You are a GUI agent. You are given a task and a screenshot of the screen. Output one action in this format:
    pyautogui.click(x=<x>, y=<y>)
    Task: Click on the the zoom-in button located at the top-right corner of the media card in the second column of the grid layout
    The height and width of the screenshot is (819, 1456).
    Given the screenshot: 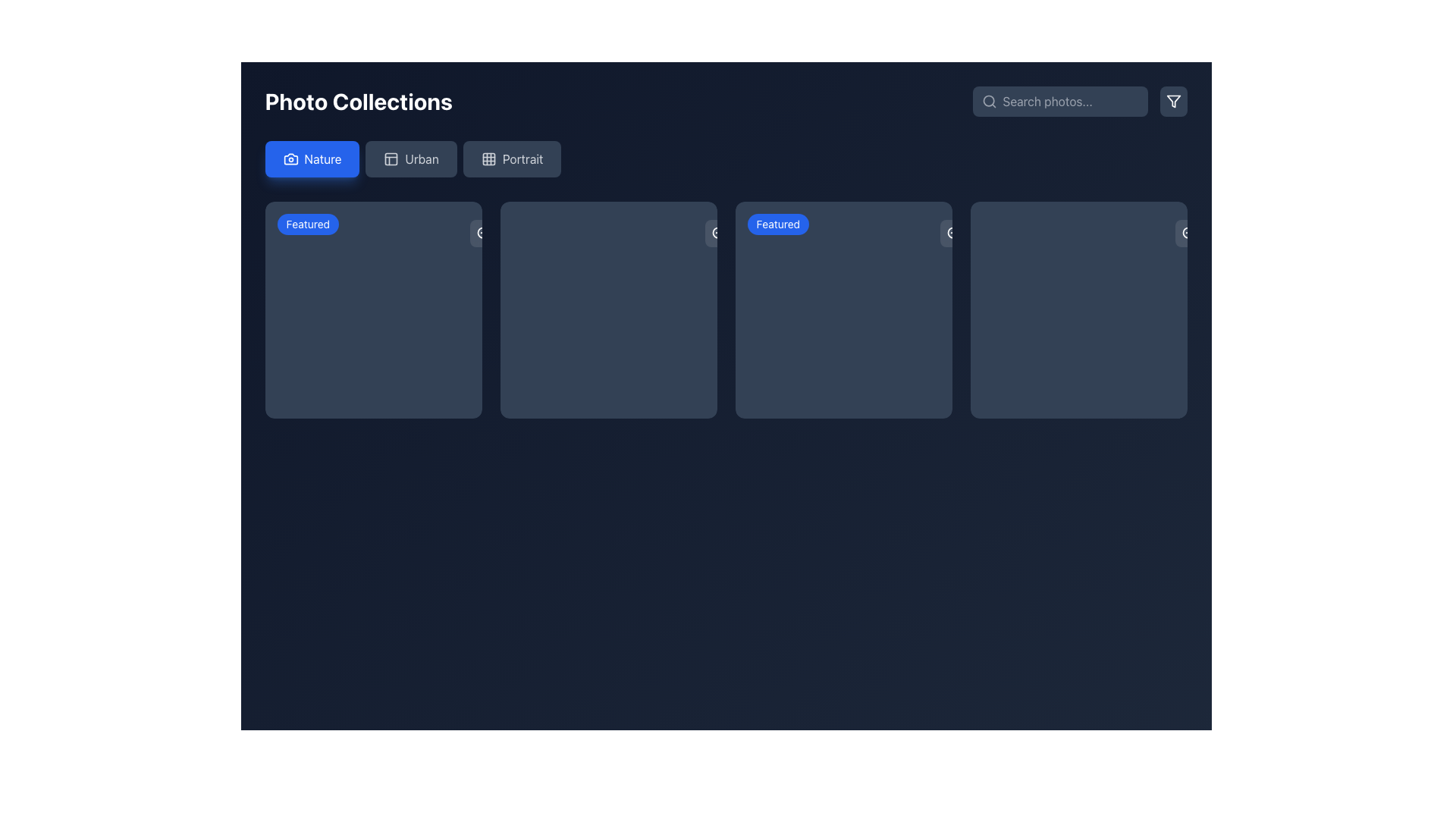 What is the action you would take?
    pyautogui.click(x=717, y=234)
    